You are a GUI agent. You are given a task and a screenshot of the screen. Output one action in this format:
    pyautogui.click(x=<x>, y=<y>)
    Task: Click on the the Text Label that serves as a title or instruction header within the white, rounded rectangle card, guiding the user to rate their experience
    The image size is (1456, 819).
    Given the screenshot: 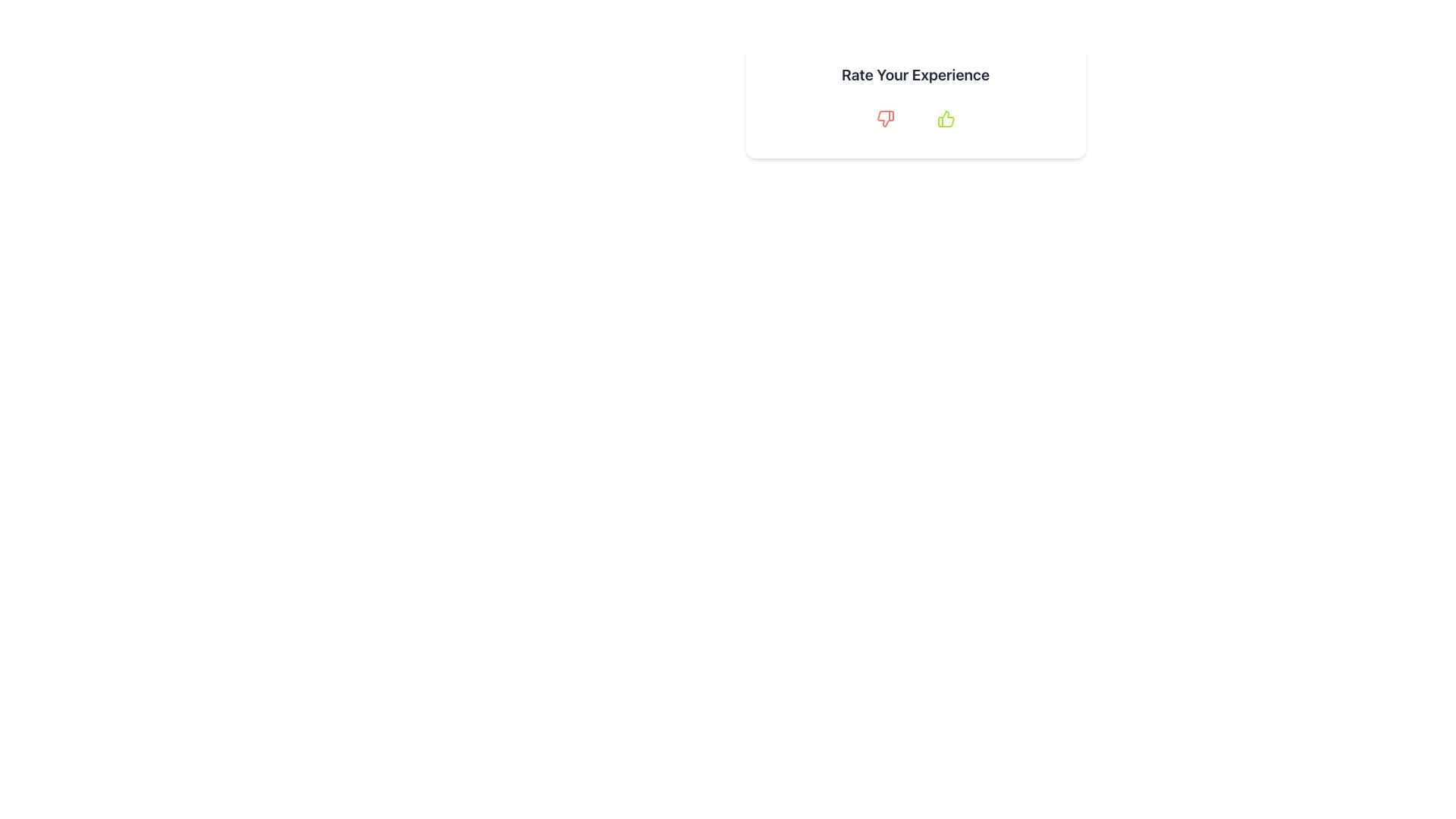 What is the action you would take?
    pyautogui.click(x=915, y=75)
    